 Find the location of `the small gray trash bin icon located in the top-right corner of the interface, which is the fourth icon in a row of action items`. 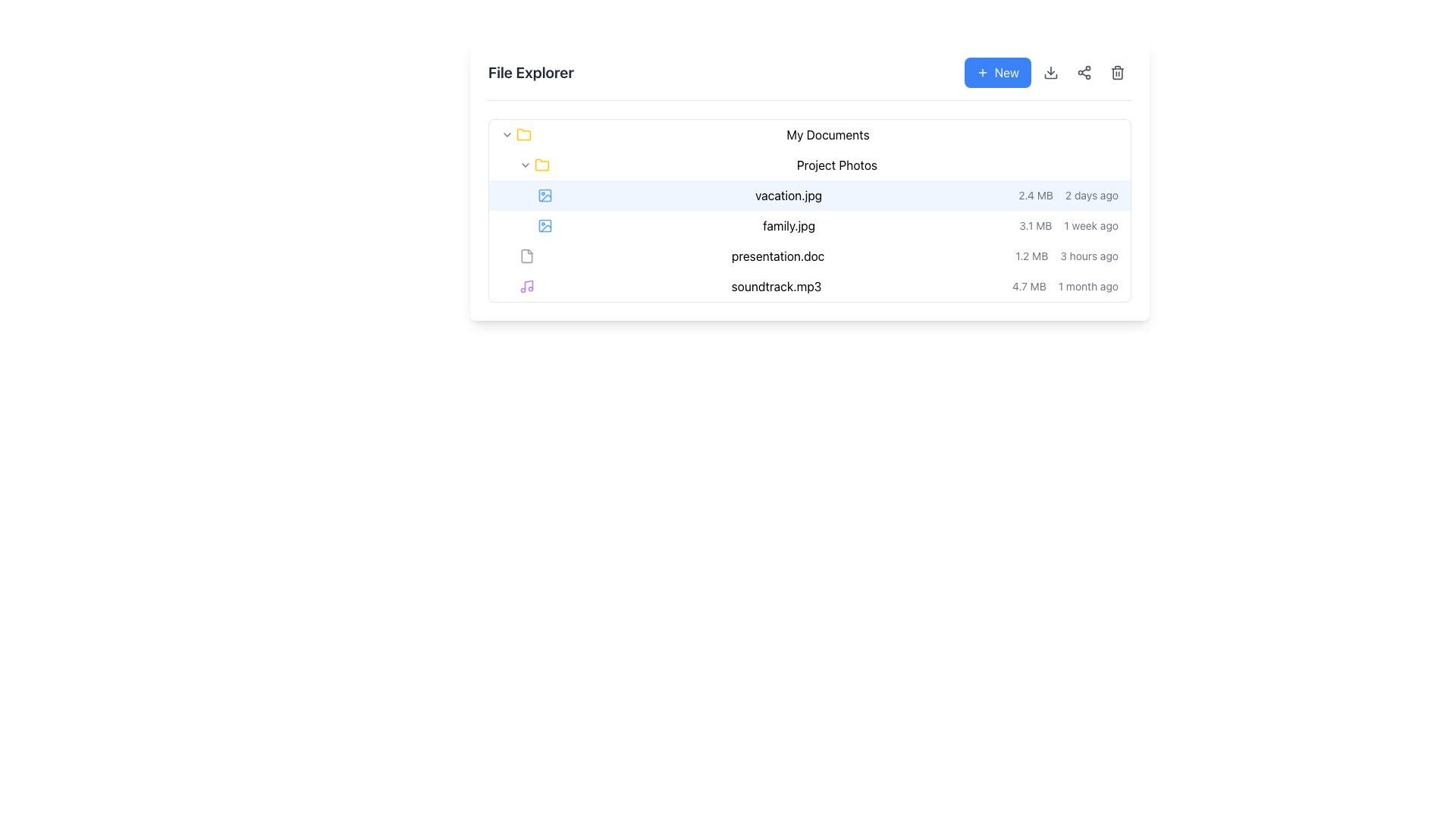

the small gray trash bin icon located in the top-right corner of the interface, which is the fourth icon in a row of action items is located at coordinates (1117, 73).